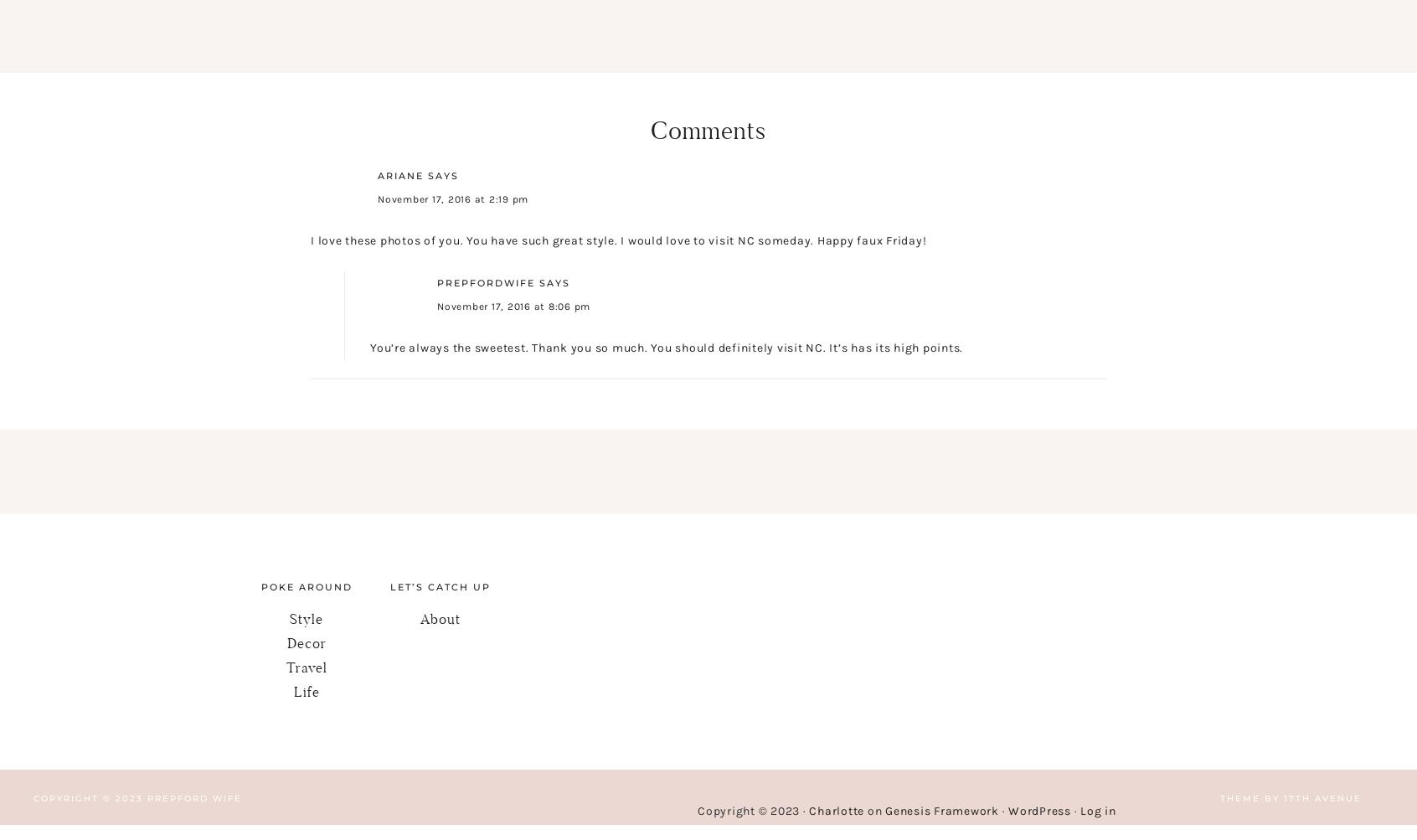  What do you see at coordinates (306, 666) in the screenshot?
I see `'Travel'` at bounding box center [306, 666].